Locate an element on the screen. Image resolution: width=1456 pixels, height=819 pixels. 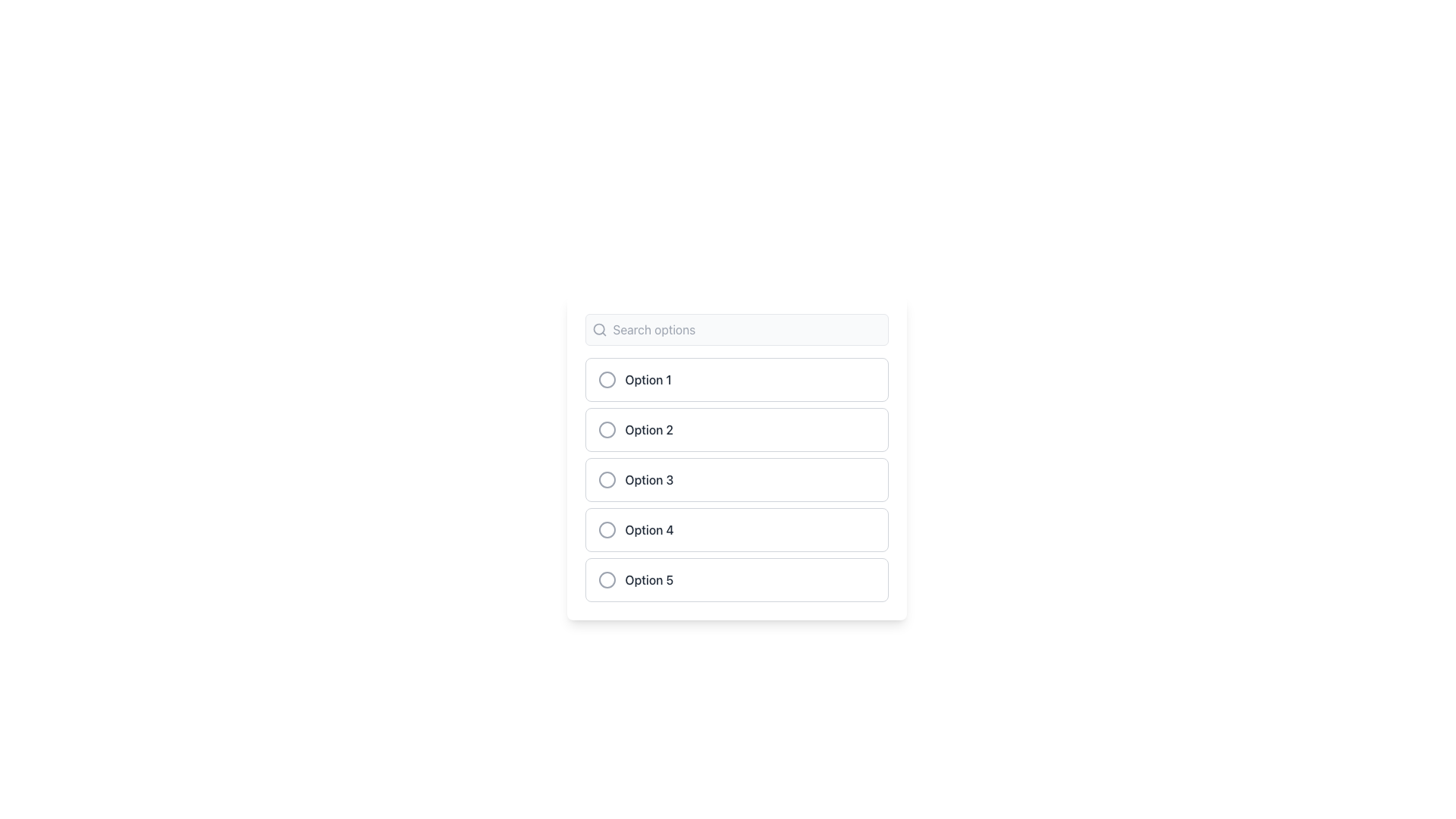
the unselected radio button located to the left of 'Option 5' is located at coordinates (607, 579).